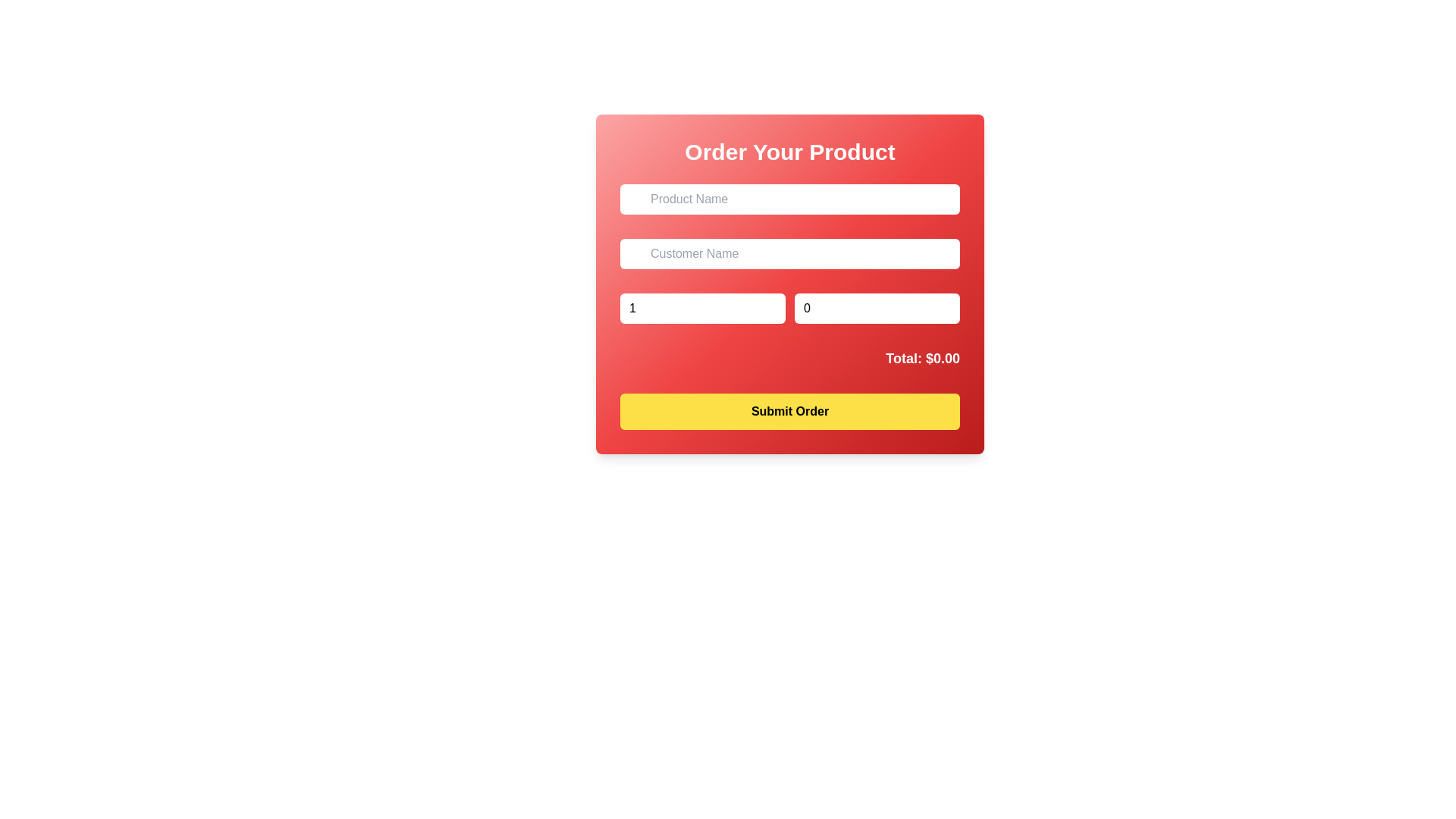 The width and height of the screenshot is (1456, 819). What do you see at coordinates (789, 298) in the screenshot?
I see `the right input field of the number input fields to focus on it and change the price per unit for the product in the order submission form` at bounding box center [789, 298].